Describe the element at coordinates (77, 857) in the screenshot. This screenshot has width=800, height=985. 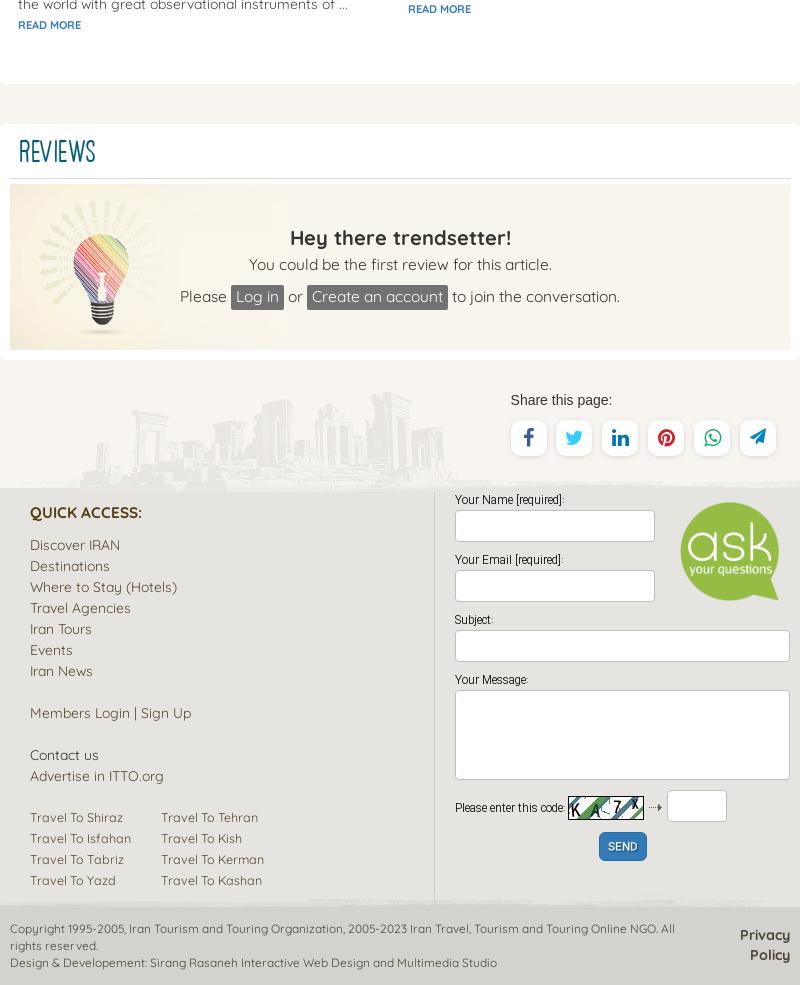
I see `'Travel To Tabriz'` at that location.